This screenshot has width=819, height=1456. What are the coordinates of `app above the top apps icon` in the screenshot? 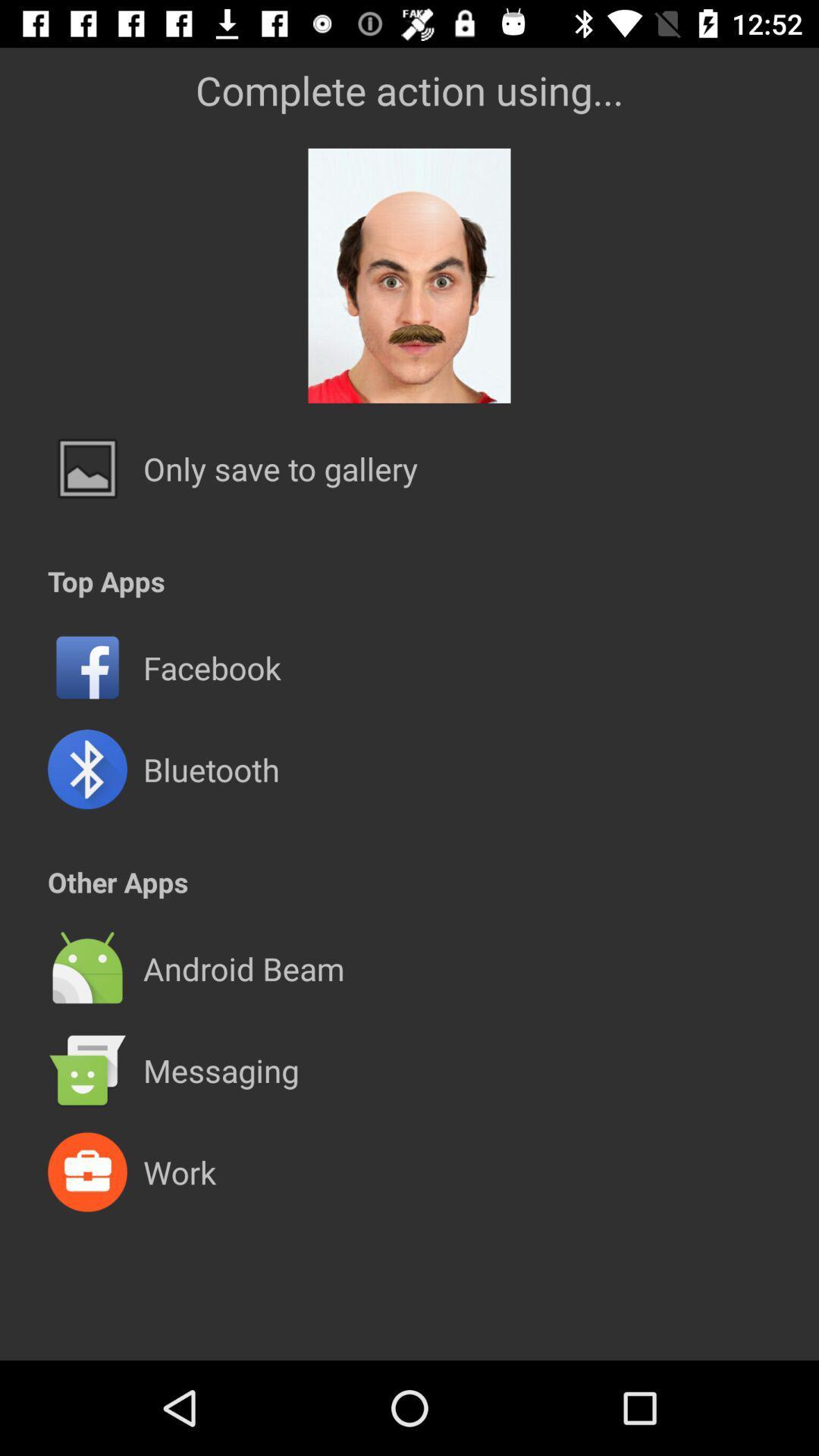 It's located at (281, 468).